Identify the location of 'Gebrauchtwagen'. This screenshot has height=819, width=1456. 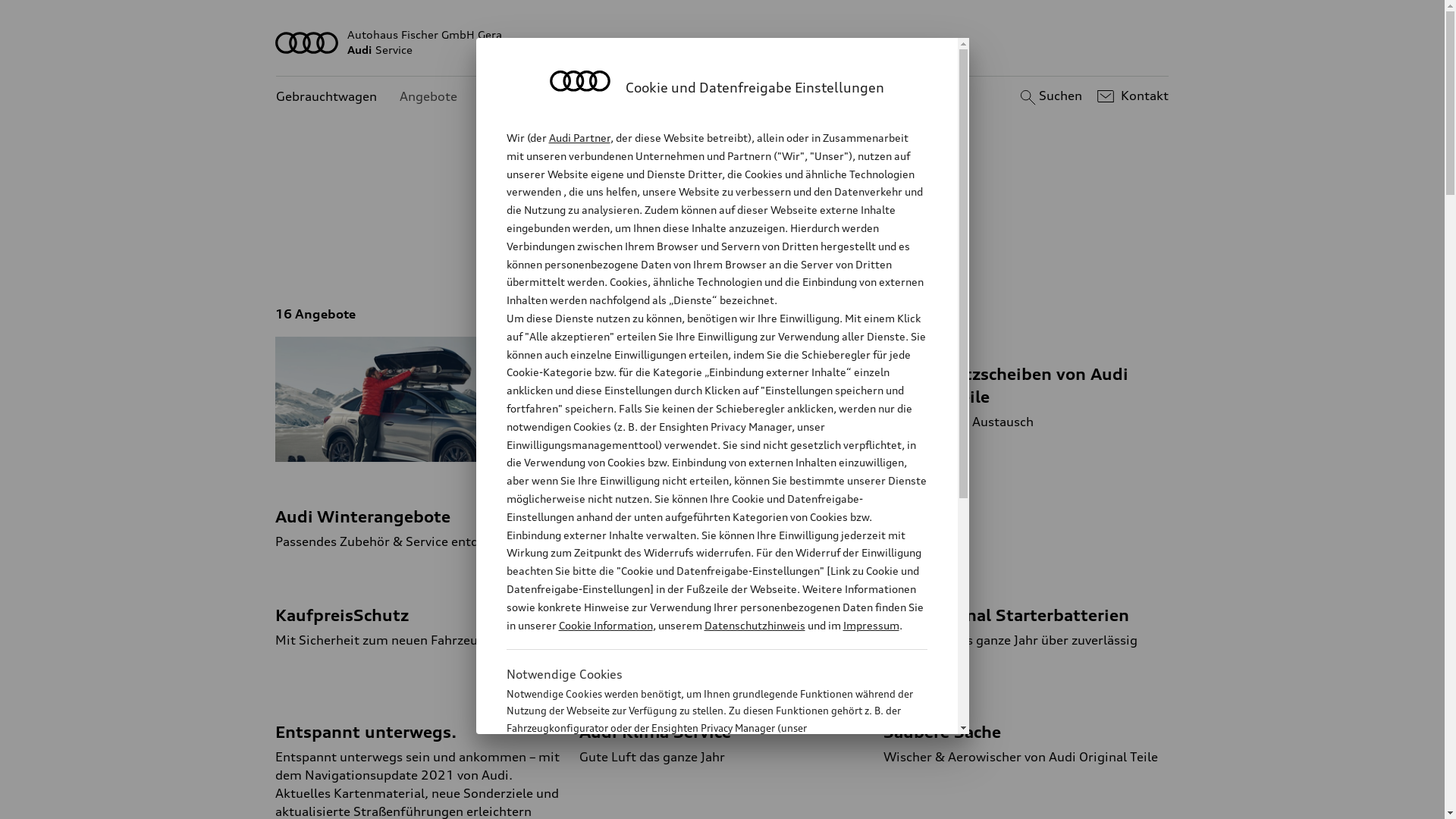
(325, 96).